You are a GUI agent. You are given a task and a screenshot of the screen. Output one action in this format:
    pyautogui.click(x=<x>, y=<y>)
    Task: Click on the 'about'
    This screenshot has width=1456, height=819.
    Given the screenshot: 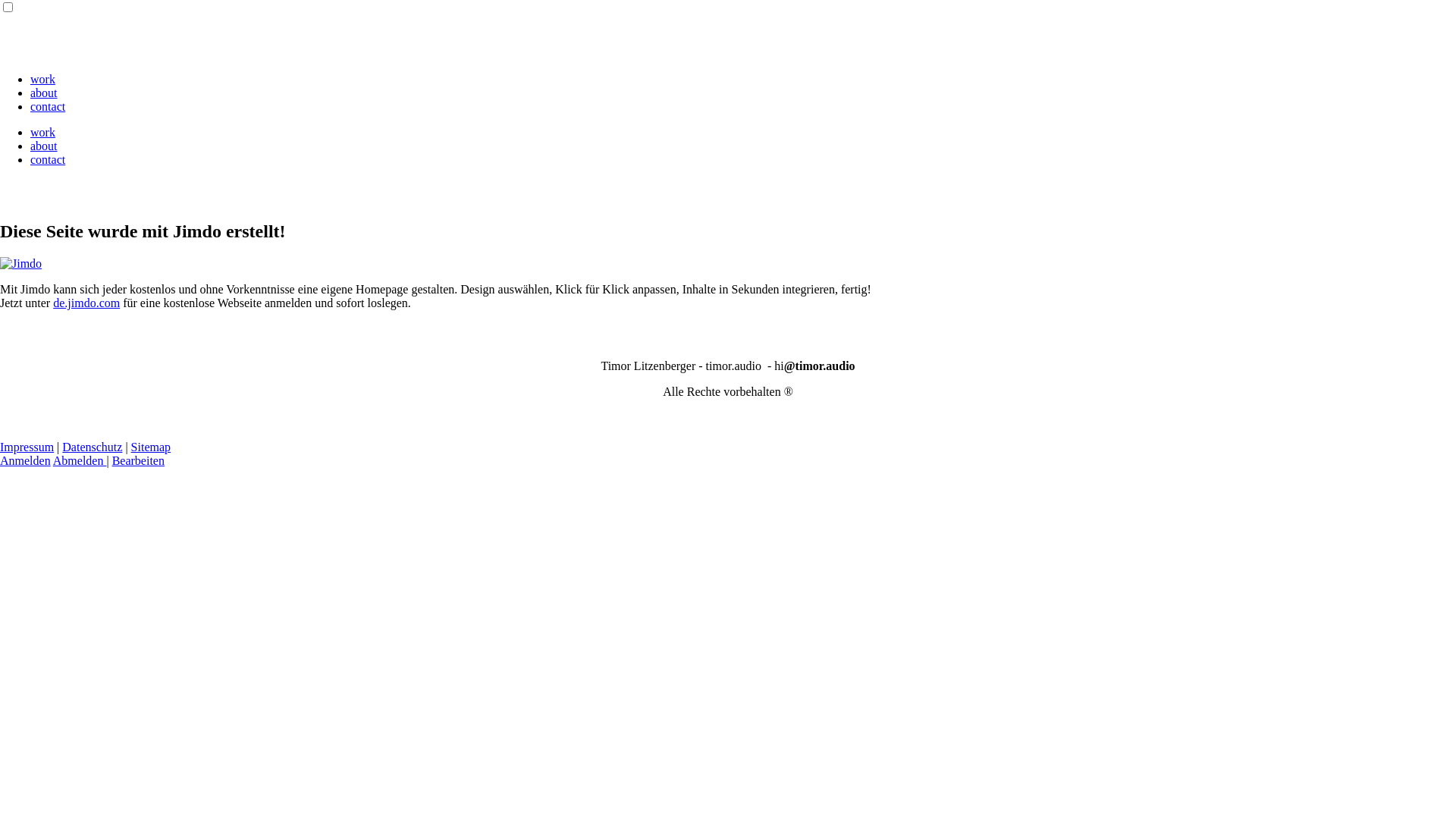 What is the action you would take?
    pyautogui.click(x=30, y=146)
    